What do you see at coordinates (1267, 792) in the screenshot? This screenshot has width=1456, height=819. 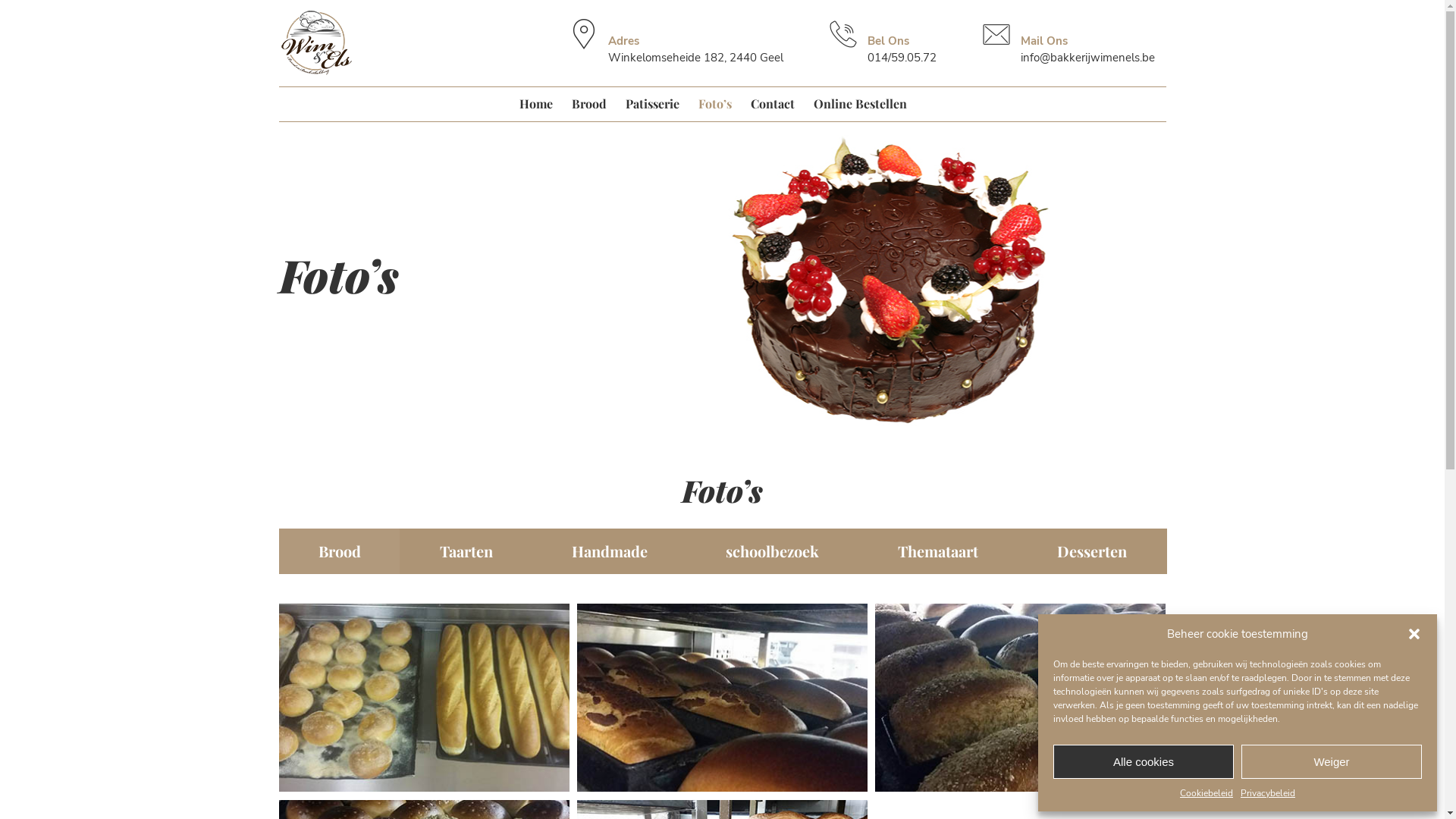 I see `'Privacybeleid'` at bounding box center [1267, 792].